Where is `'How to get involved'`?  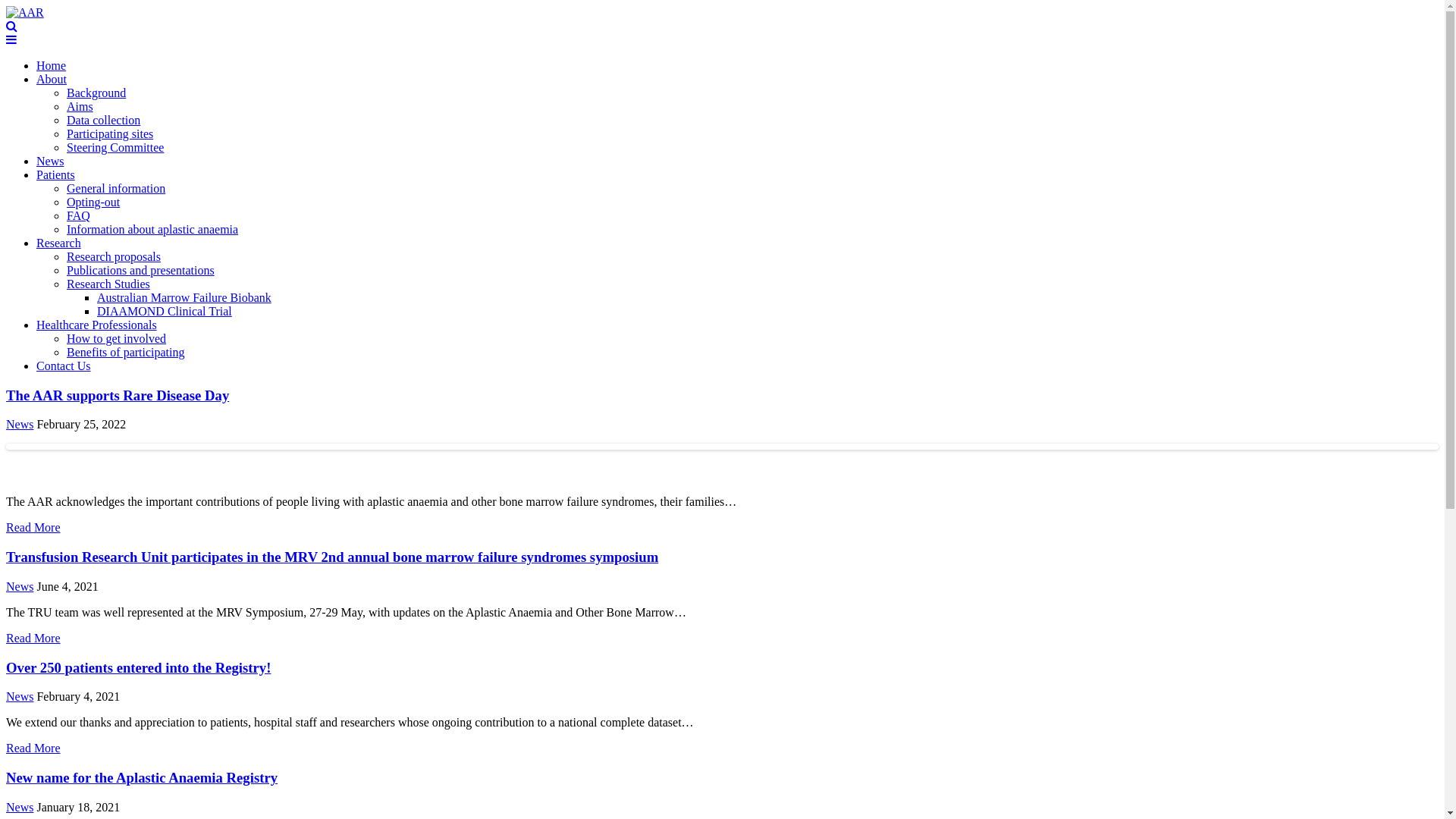
'How to get involved' is located at coordinates (115, 337).